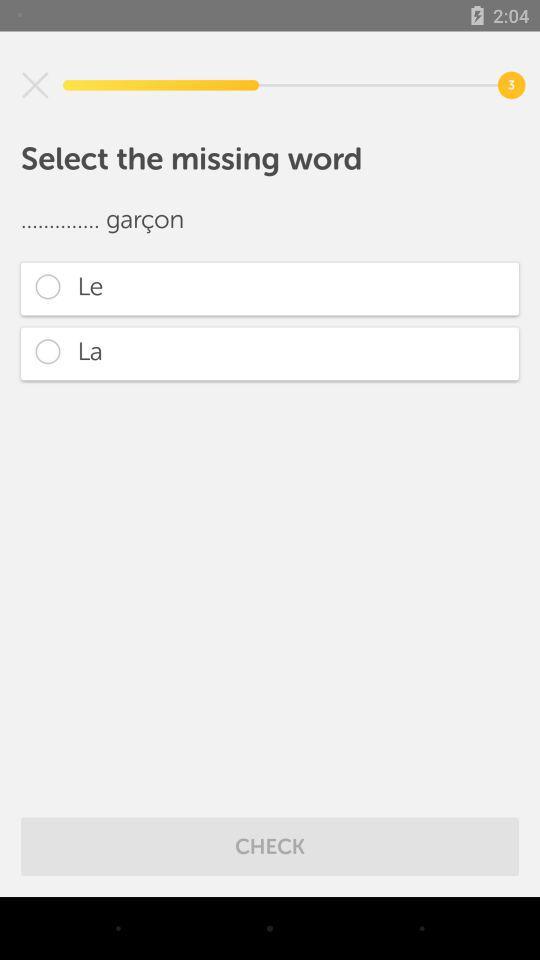  What do you see at coordinates (270, 353) in the screenshot?
I see `the la item` at bounding box center [270, 353].